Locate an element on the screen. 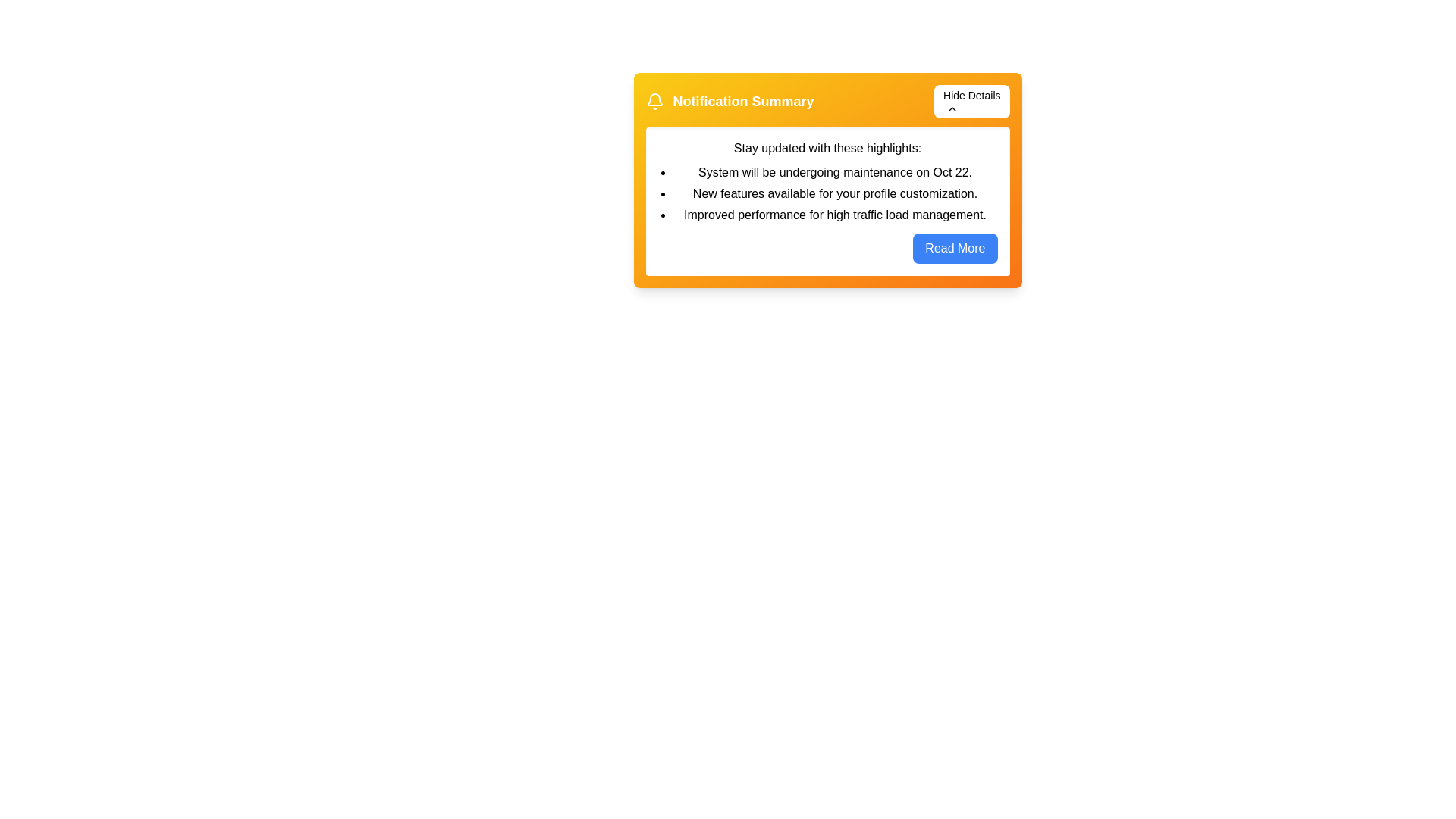 This screenshot has width=1456, height=819. the 'Read More' button to navigate to further information is located at coordinates (954, 247).